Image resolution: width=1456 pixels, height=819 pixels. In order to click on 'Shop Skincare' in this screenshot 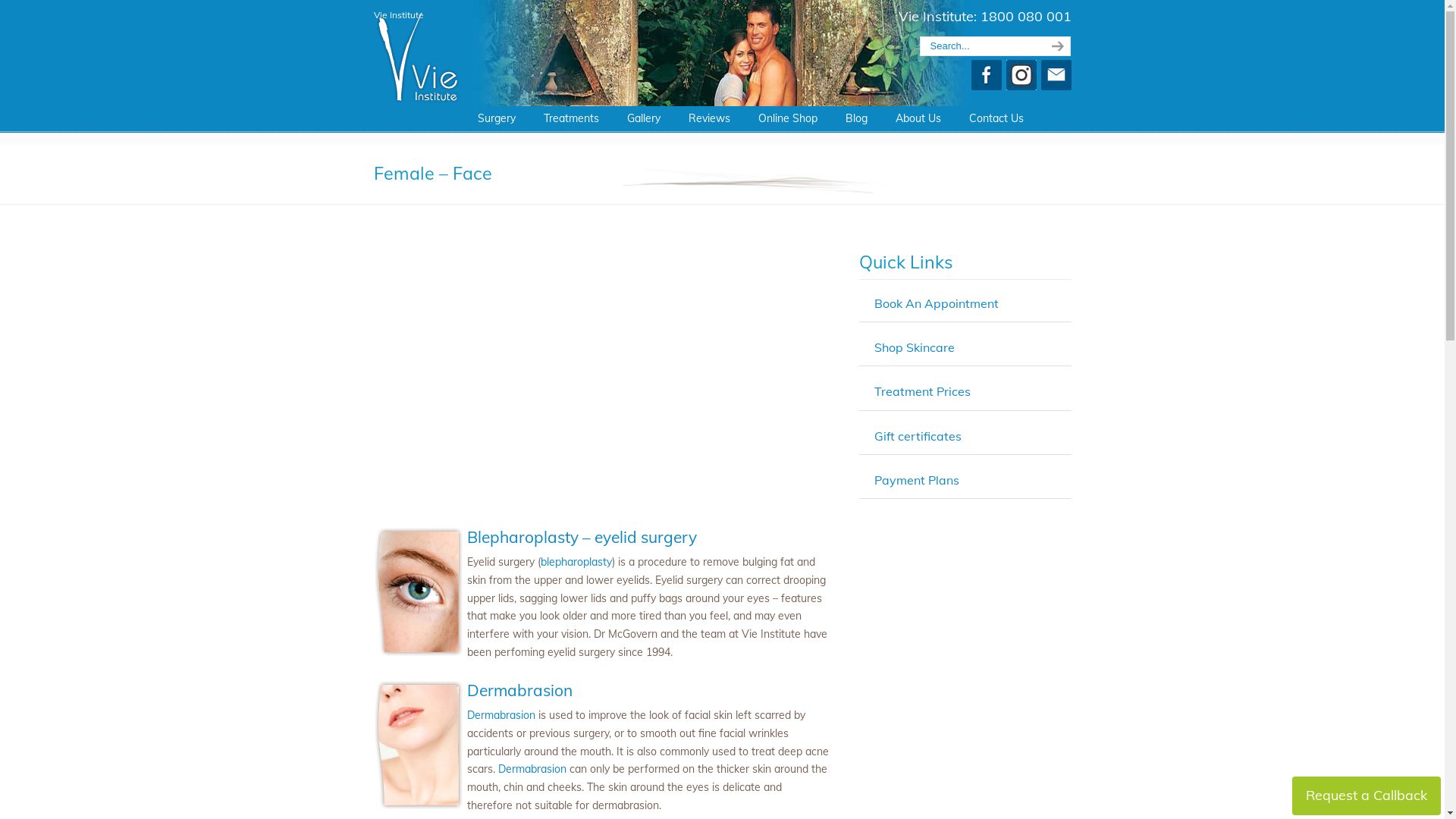, I will do `click(912, 347)`.